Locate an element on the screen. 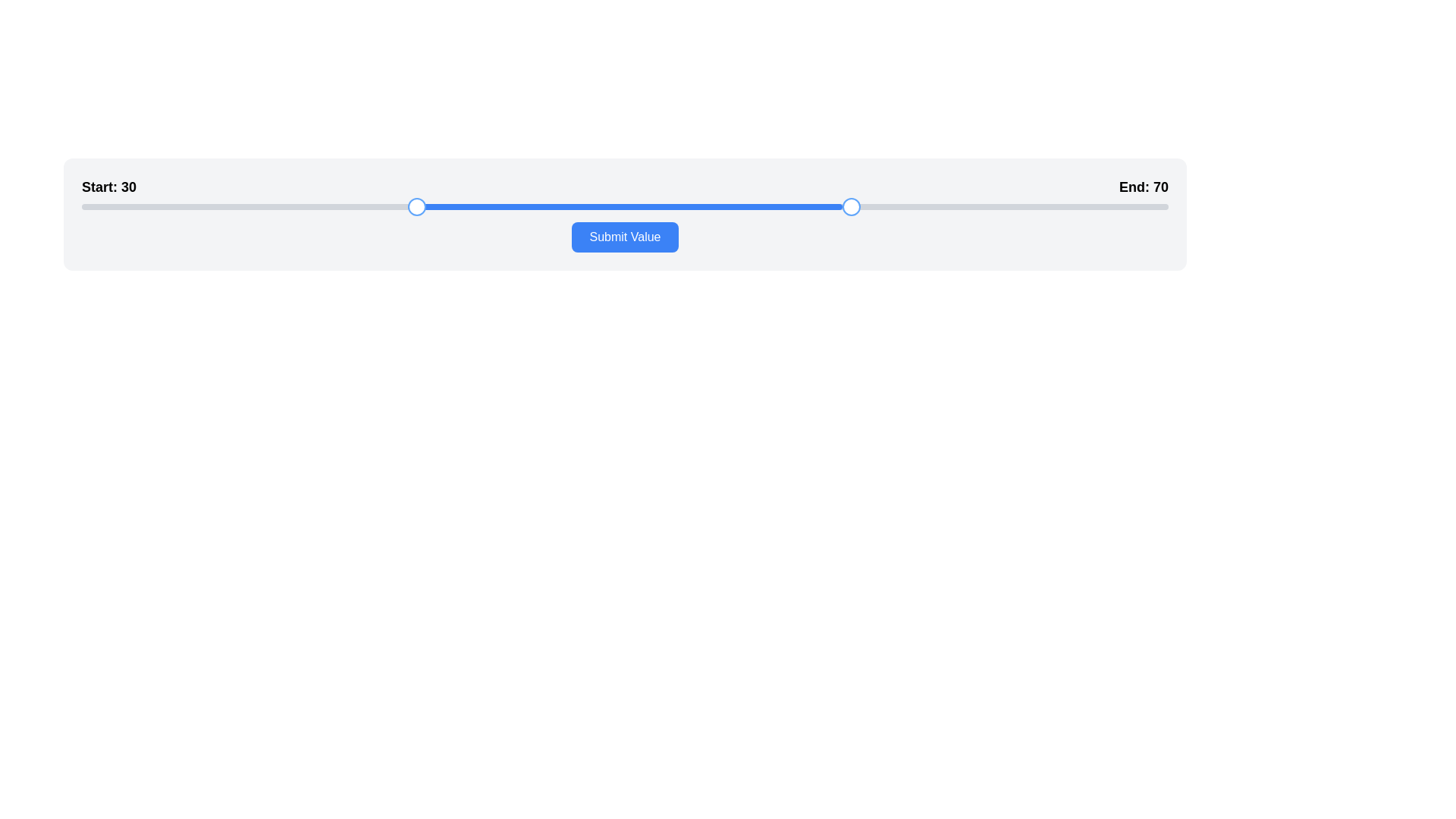  slider position is located at coordinates (548, 207).